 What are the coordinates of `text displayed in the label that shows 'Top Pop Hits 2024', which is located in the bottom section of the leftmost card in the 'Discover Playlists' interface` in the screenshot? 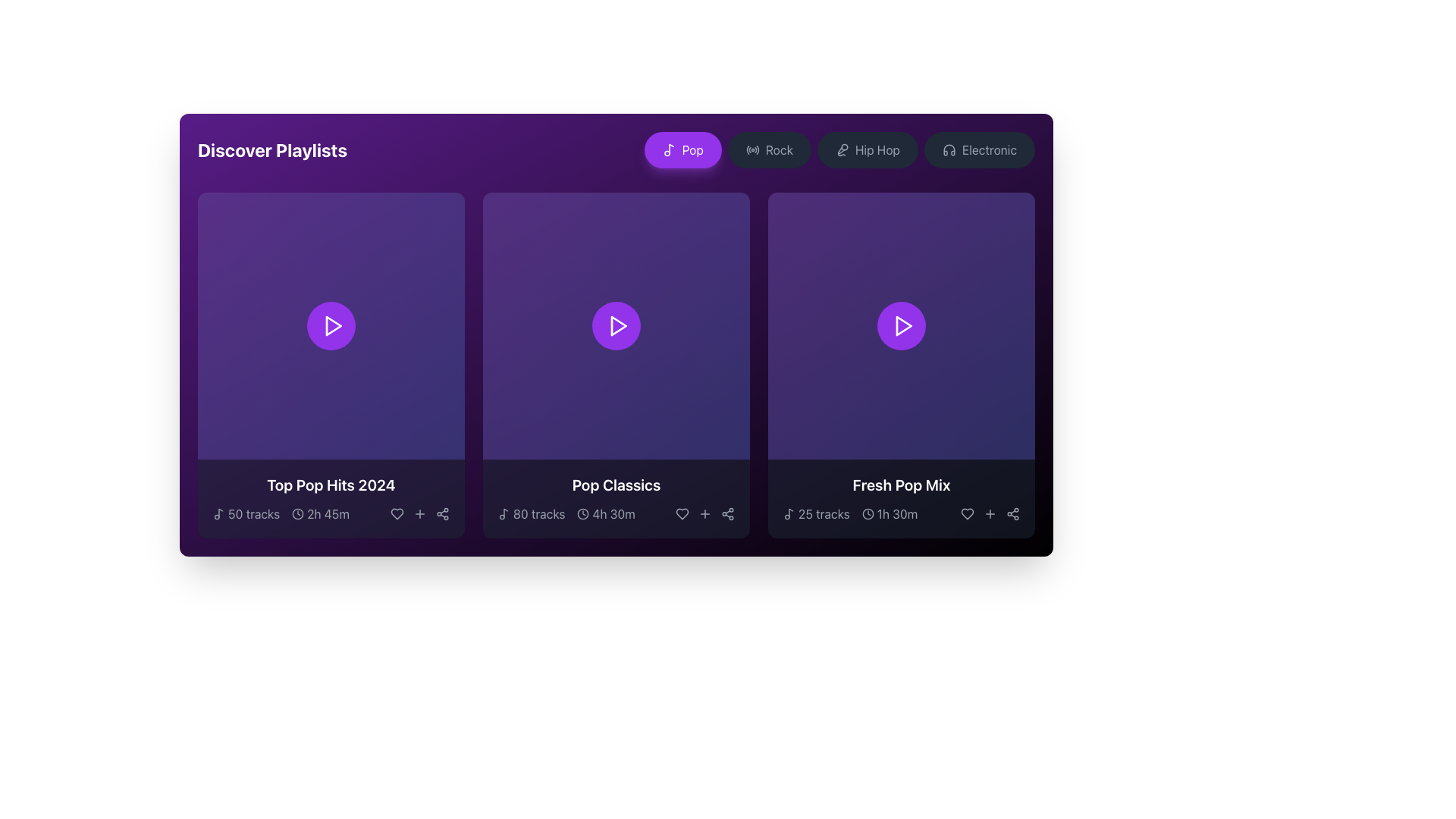 It's located at (330, 485).